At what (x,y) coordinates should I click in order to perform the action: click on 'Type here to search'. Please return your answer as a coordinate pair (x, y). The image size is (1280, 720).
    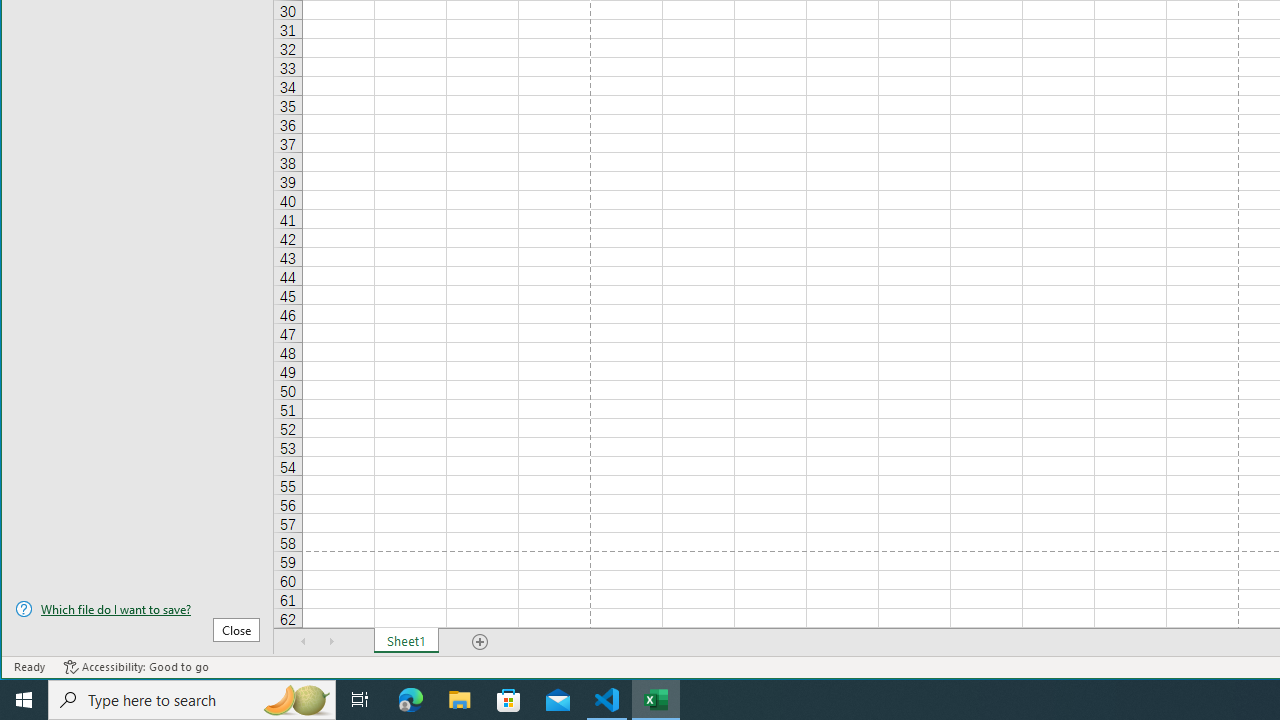
    Looking at the image, I should click on (192, 698).